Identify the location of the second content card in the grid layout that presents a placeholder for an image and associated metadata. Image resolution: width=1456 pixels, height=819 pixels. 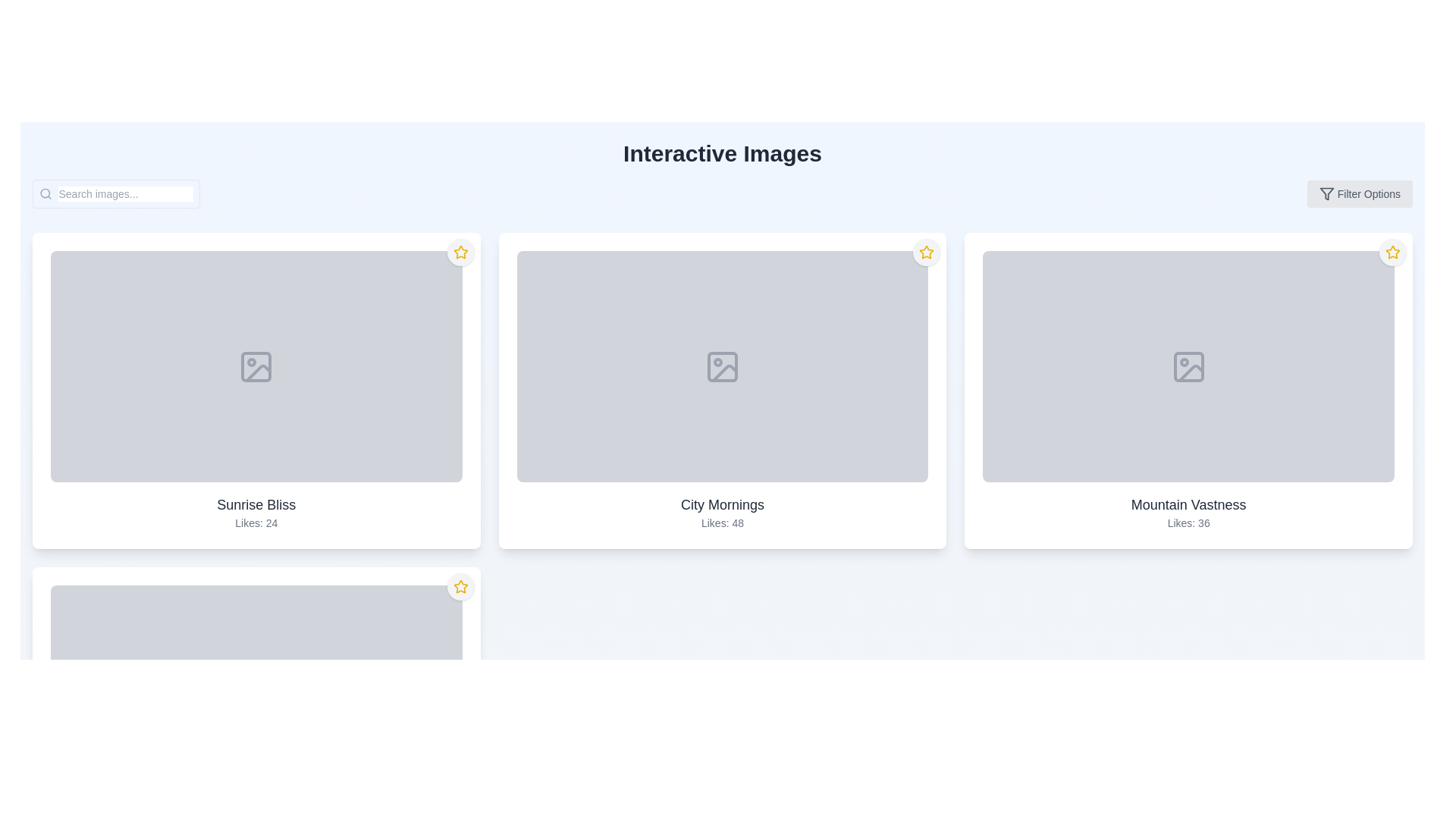
(721, 390).